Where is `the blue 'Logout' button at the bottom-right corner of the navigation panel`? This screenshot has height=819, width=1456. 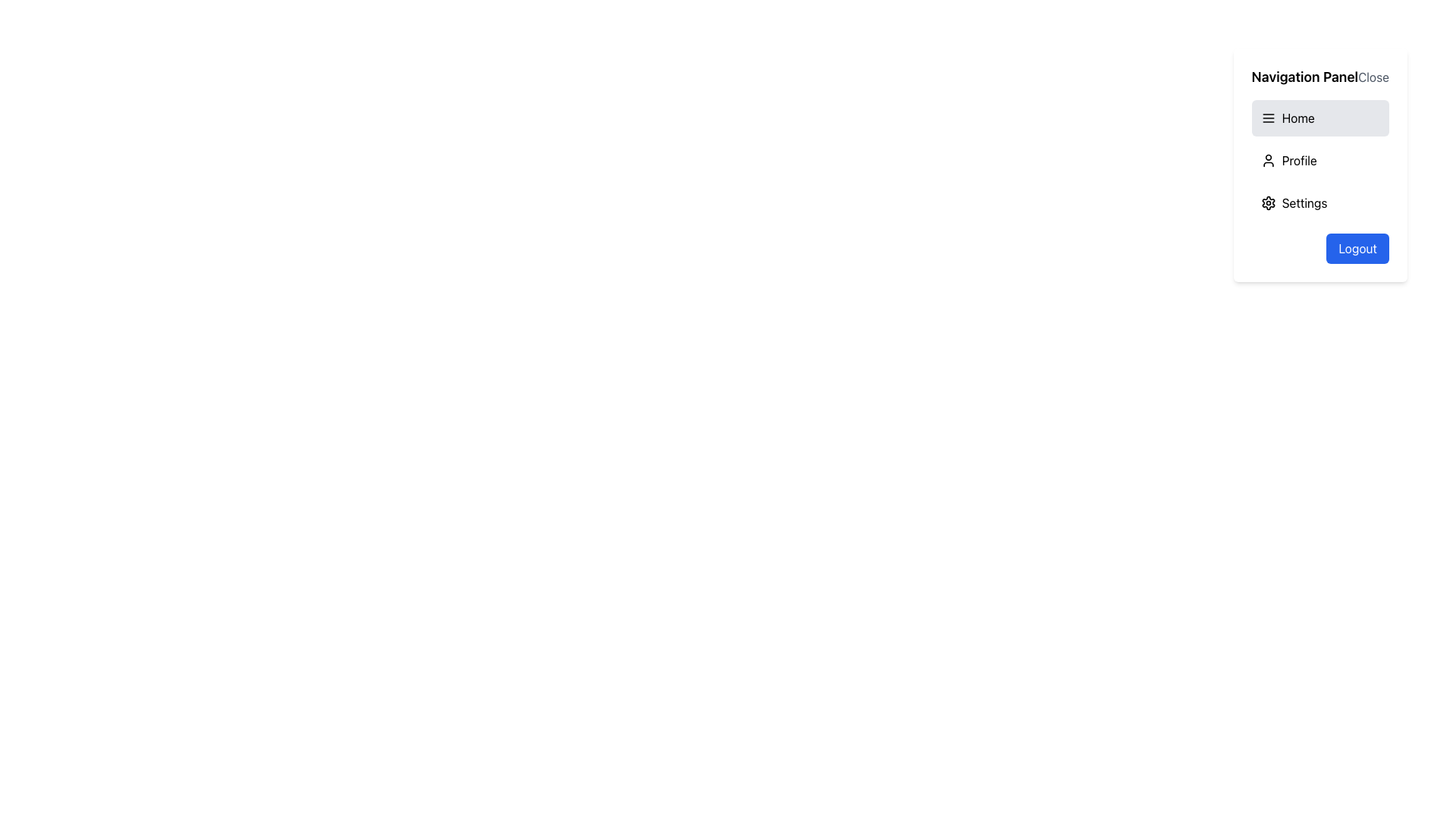 the blue 'Logout' button at the bottom-right corner of the navigation panel is located at coordinates (1319, 247).